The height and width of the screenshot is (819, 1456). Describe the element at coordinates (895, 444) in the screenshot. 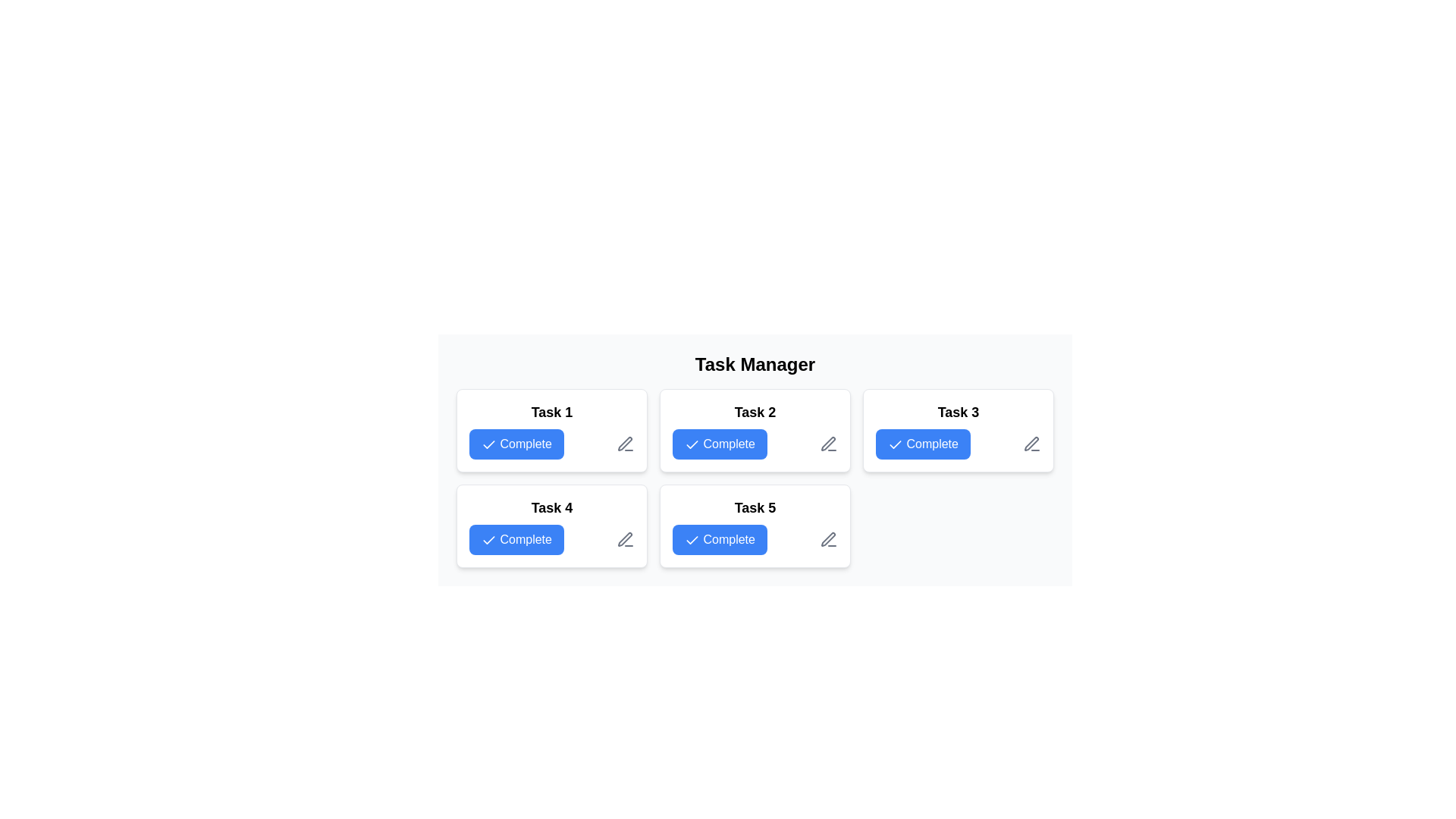

I see `the compact check icon, which is a white checkmark on a blue circular background, located within the 'Complete' button in the 'Task 3' card` at that location.